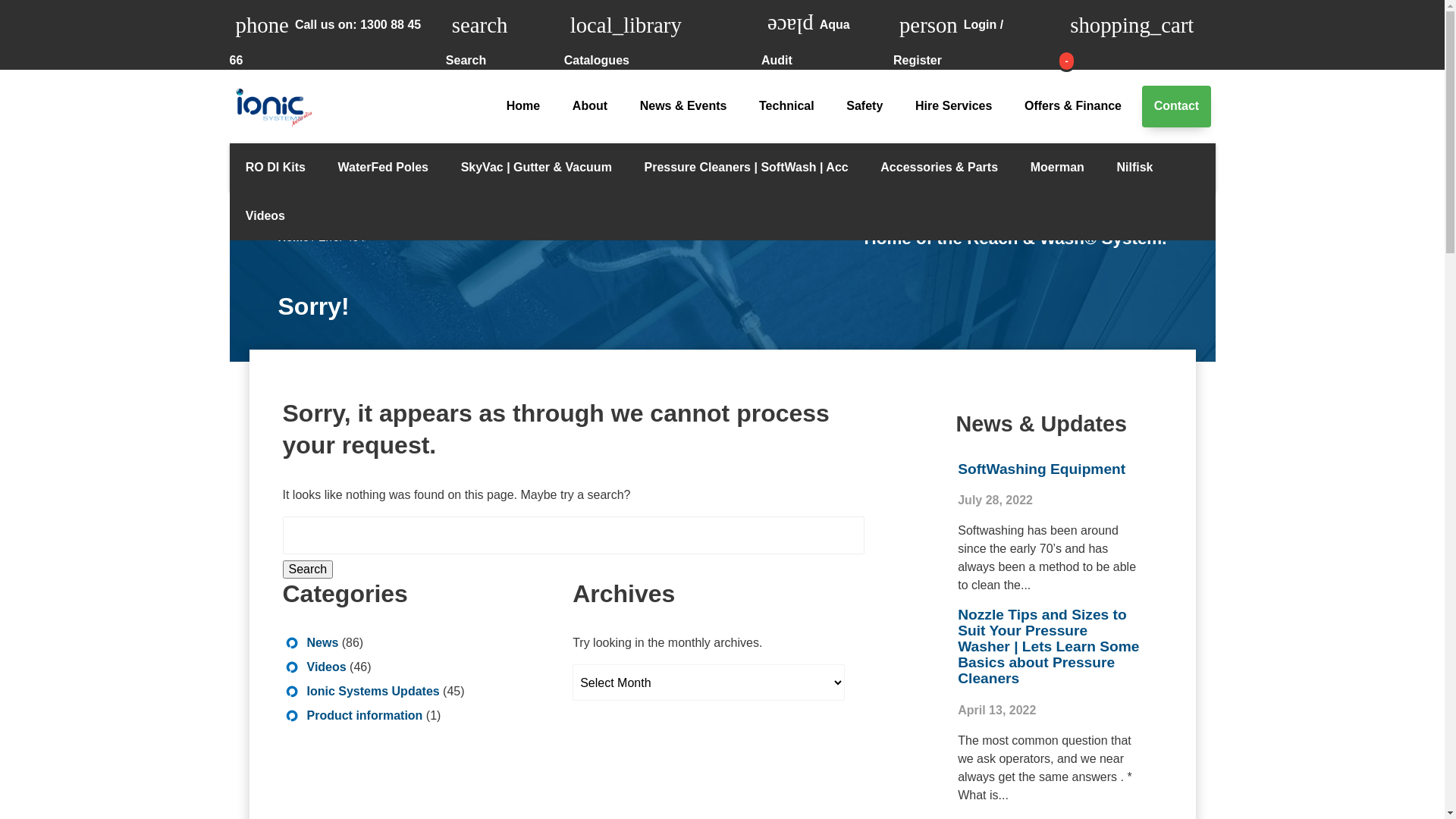  What do you see at coordinates (563, 34) in the screenshot?
I see `'local_libraryCatalogues'` at bounding box center [563, 34].